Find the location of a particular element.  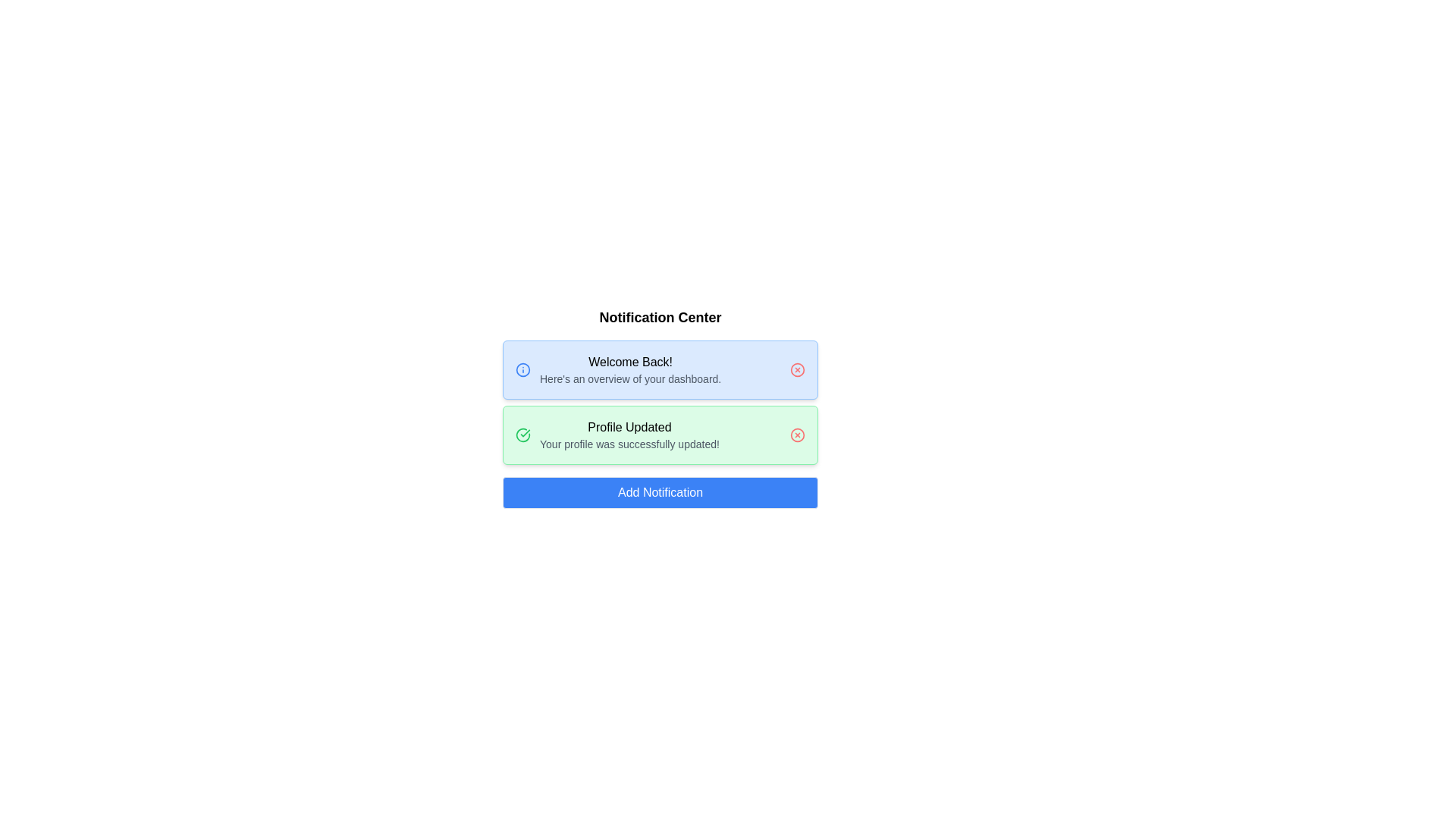

the circular icon with a blue stroke that encloses a small white-filled circle, located at the leftmost point of the top notification item in the Notification Center, preceding the text 'Welcome Back!' is located at coordinates (523, 370).